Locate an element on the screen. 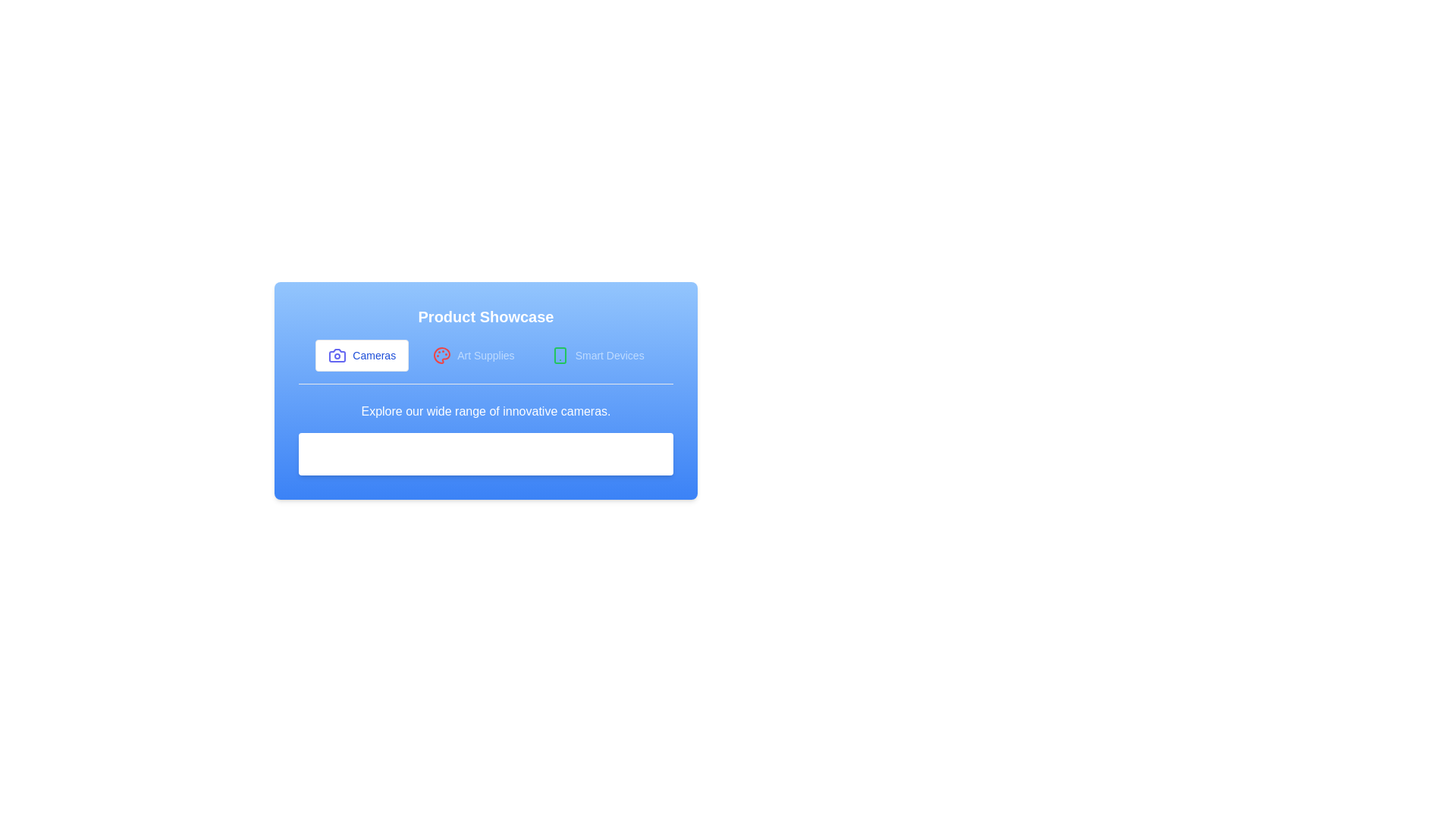  the tab labeled Cameras is located at coordinates (361, 356).